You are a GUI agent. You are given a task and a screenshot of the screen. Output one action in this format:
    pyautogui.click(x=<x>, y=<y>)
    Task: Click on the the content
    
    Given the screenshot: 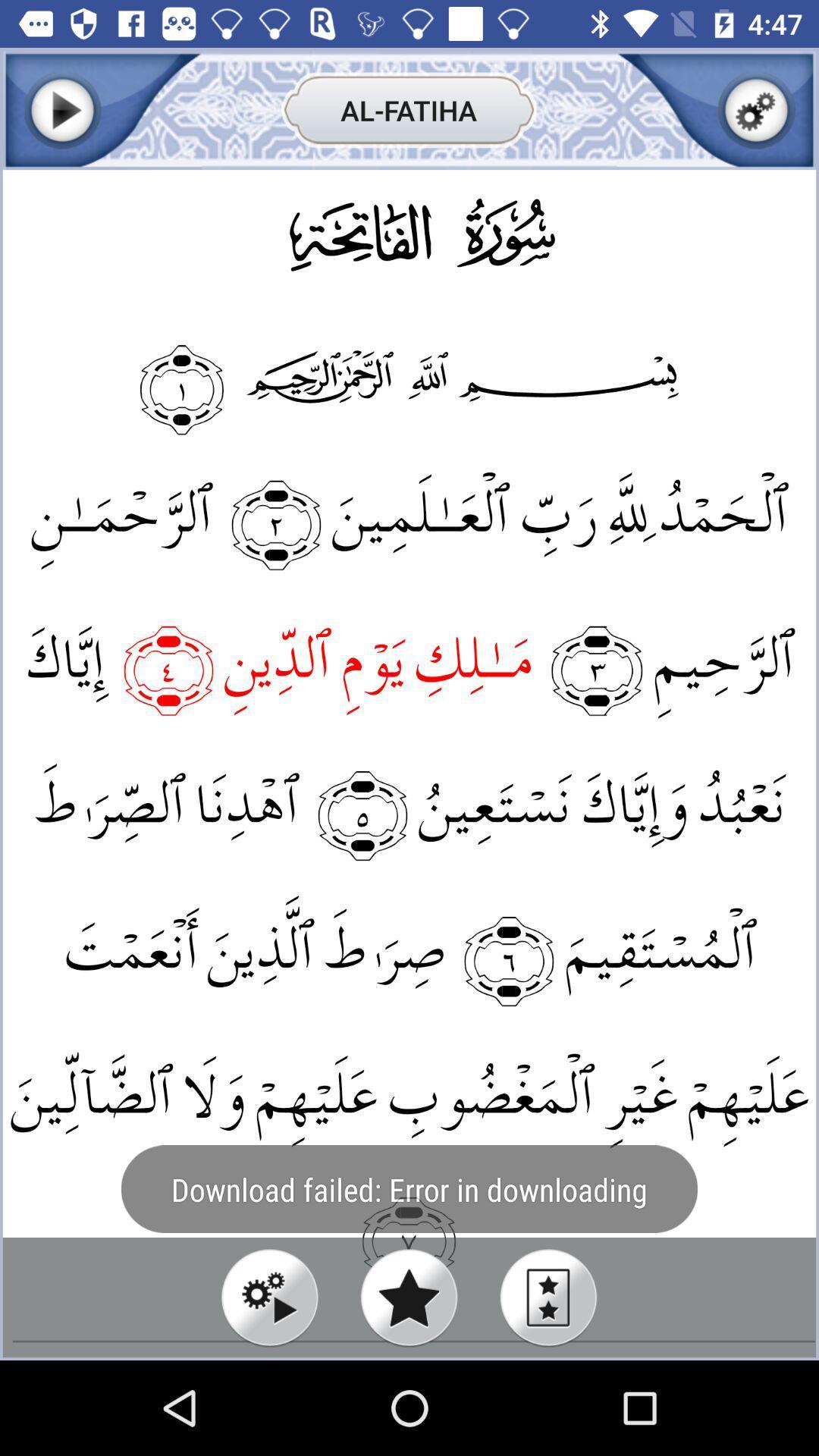 What is the action you would take?
    pyautogui.click(x=756, y=109)
    